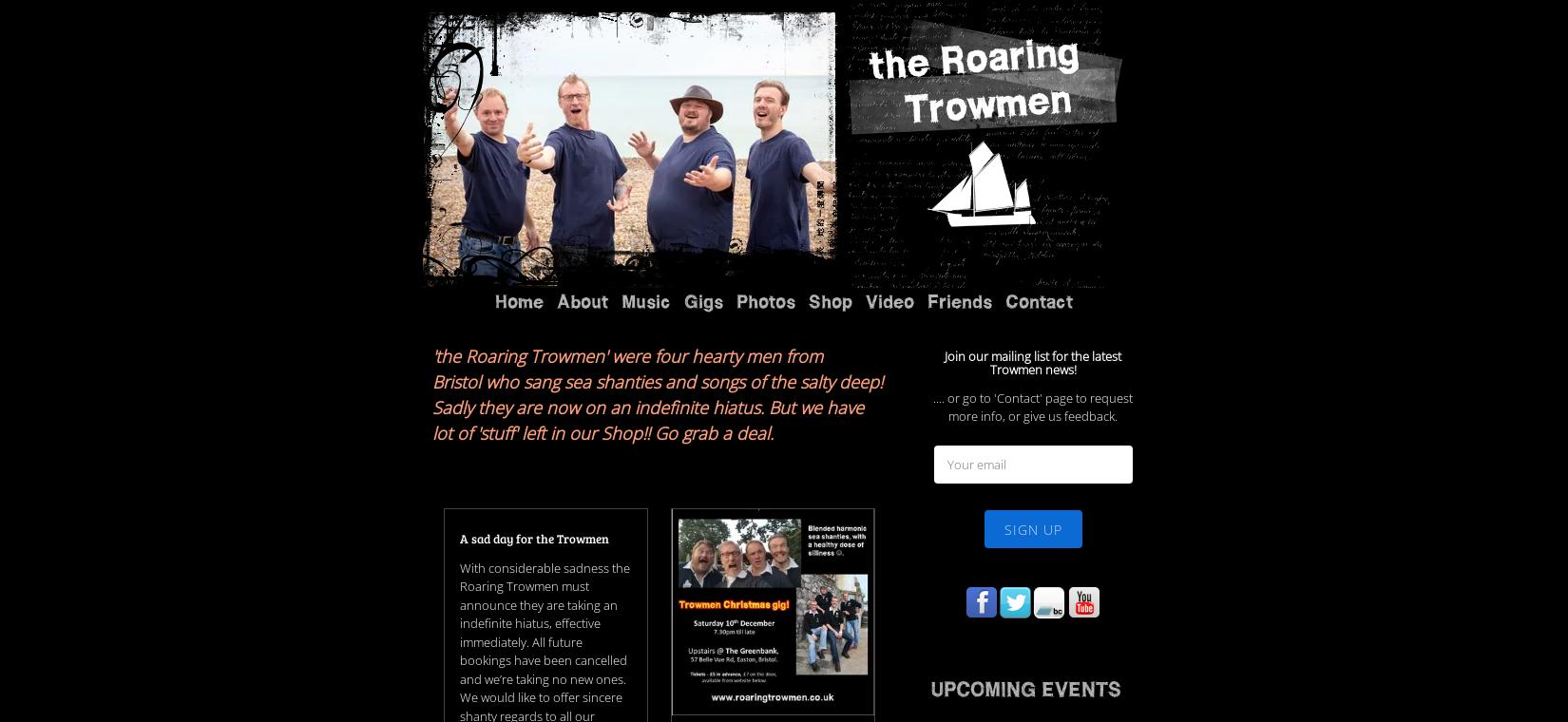  I want to click on 'Testimonials', so click(578, 138).